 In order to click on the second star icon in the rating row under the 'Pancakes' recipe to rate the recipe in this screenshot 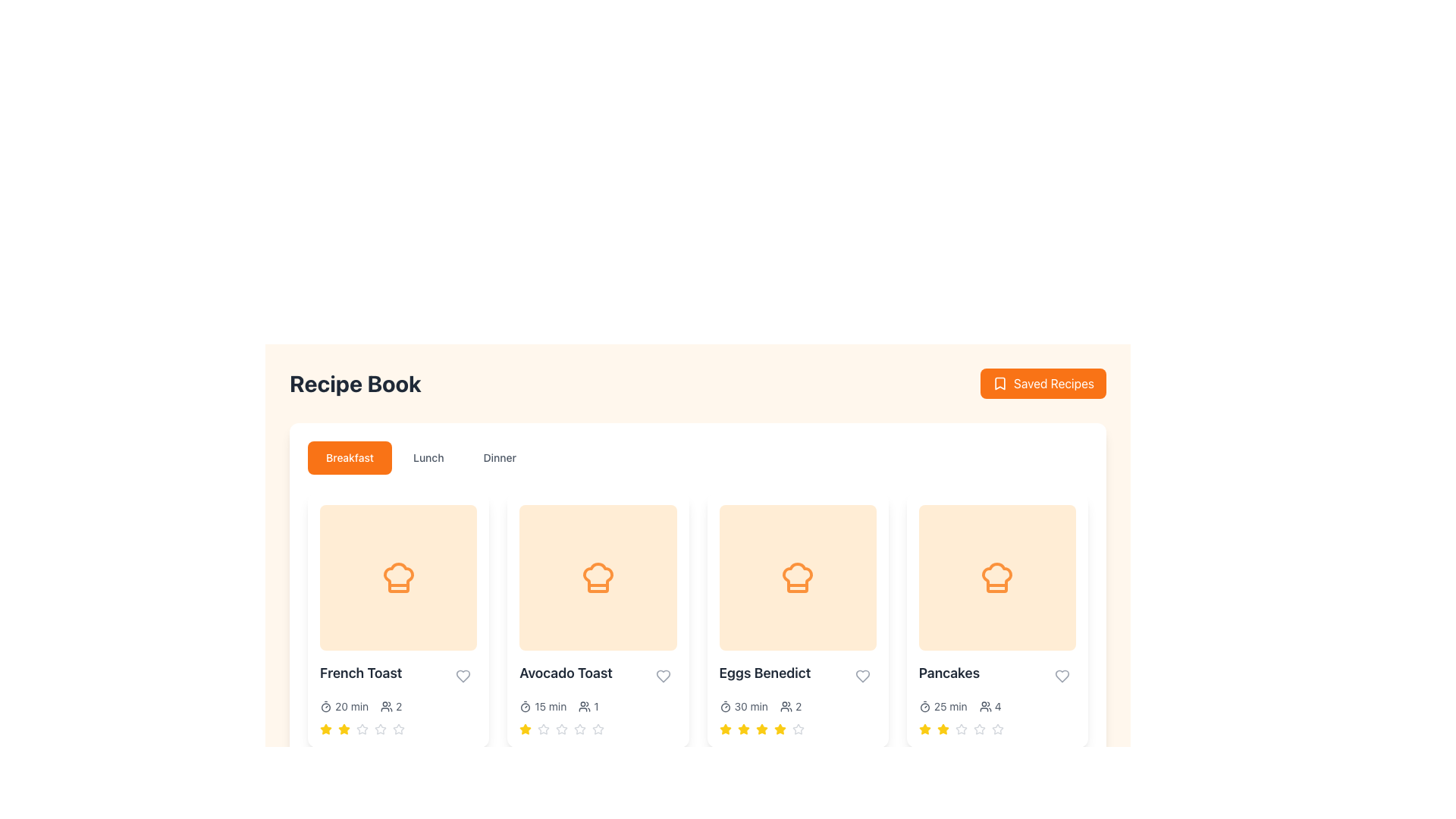, I will do `click(960, 728)`.